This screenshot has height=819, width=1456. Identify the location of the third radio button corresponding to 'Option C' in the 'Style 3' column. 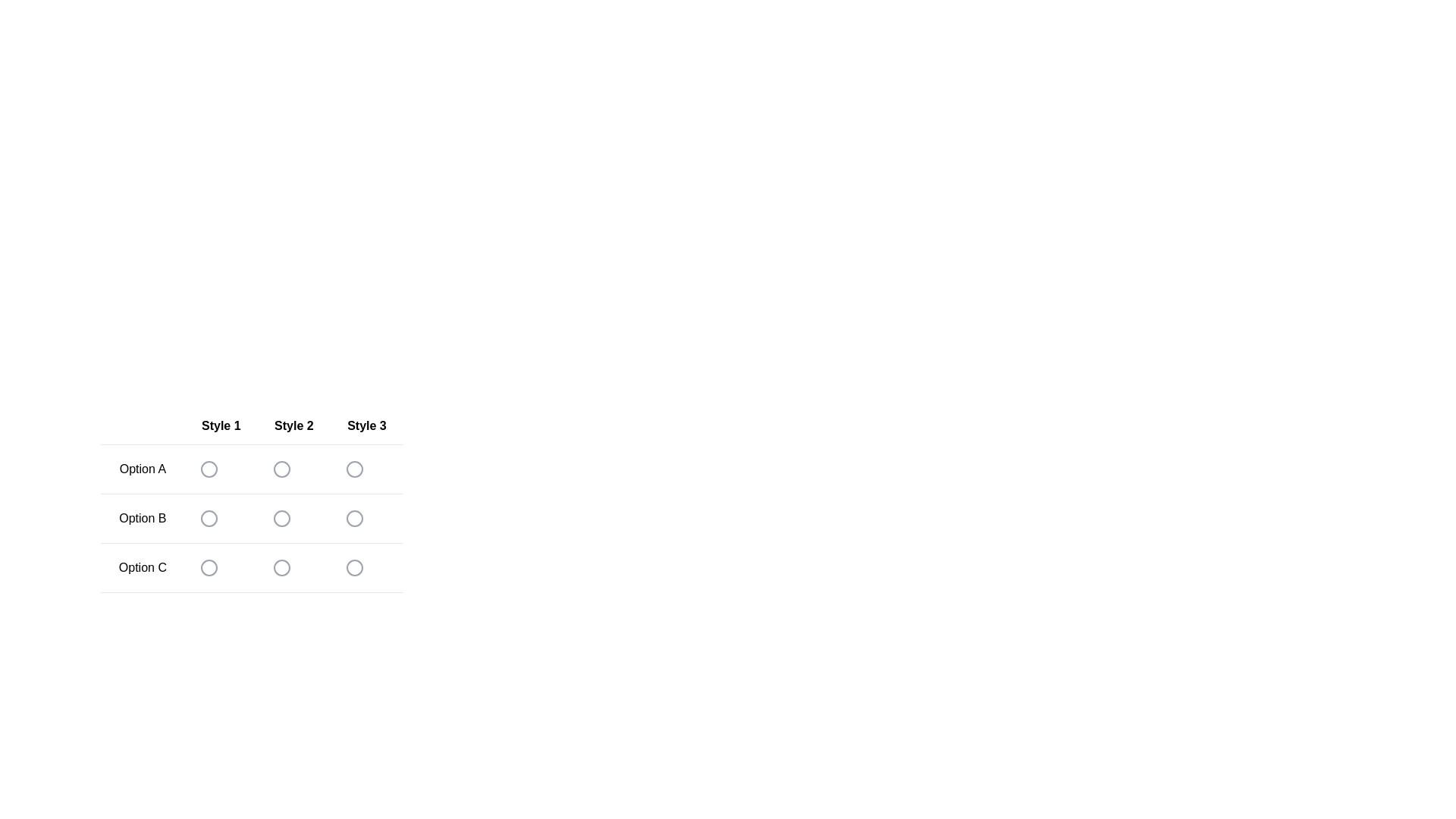
(367, 567).